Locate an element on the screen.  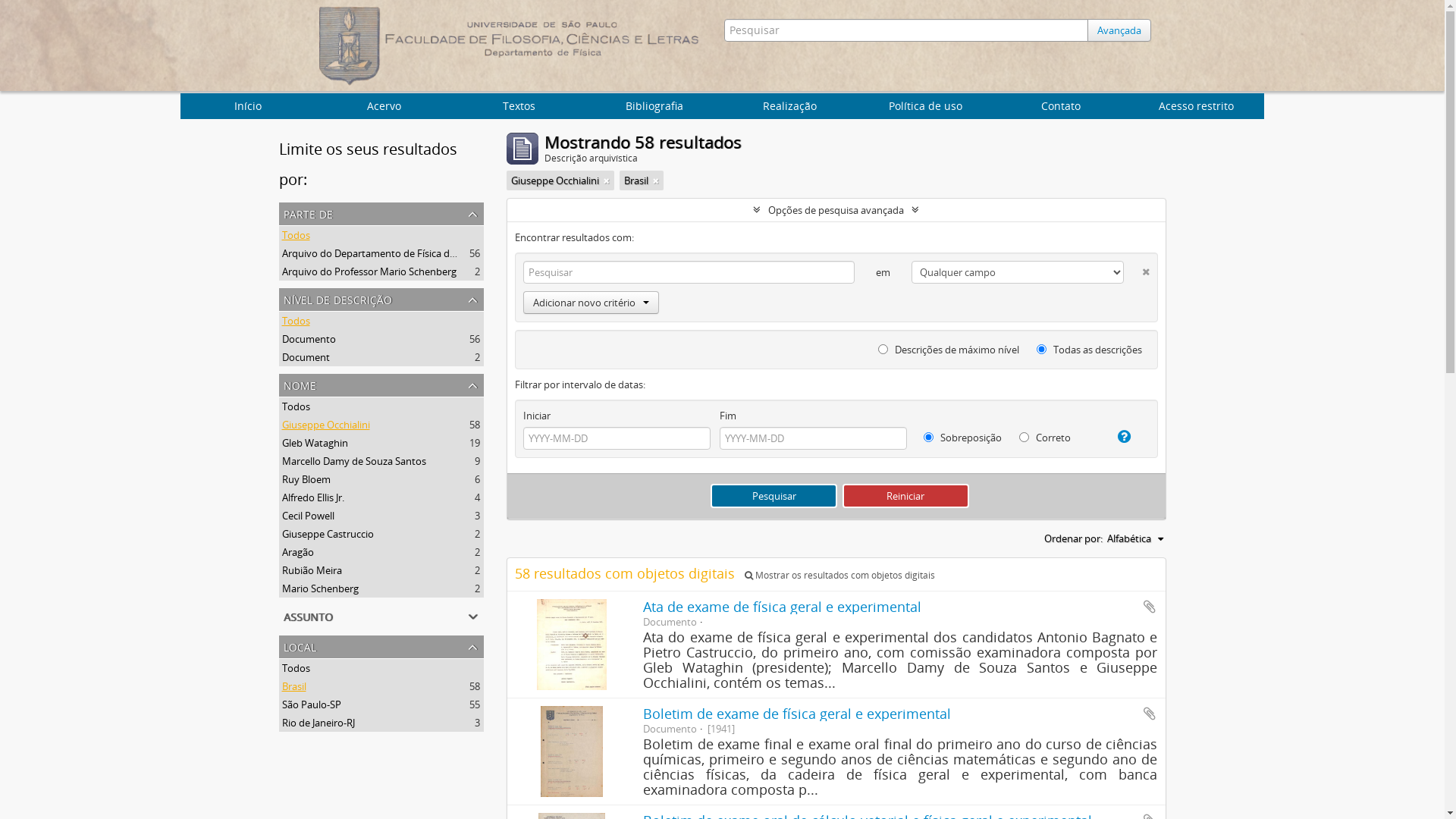
'Mario Schenberg' is located at coordinates (319, 587).